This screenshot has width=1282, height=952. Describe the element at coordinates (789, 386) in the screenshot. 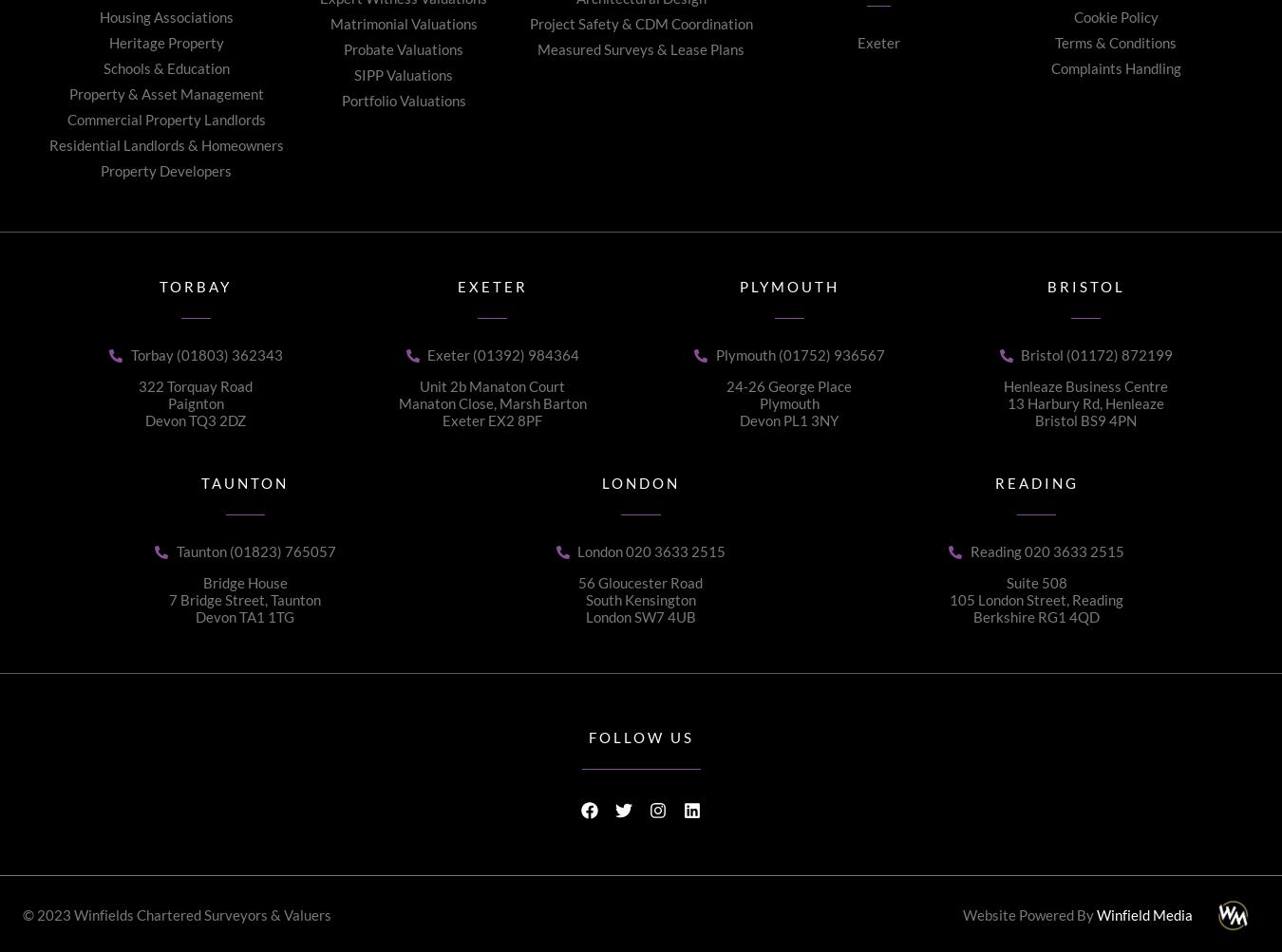

I see `'24-26 George Place'` at that location.